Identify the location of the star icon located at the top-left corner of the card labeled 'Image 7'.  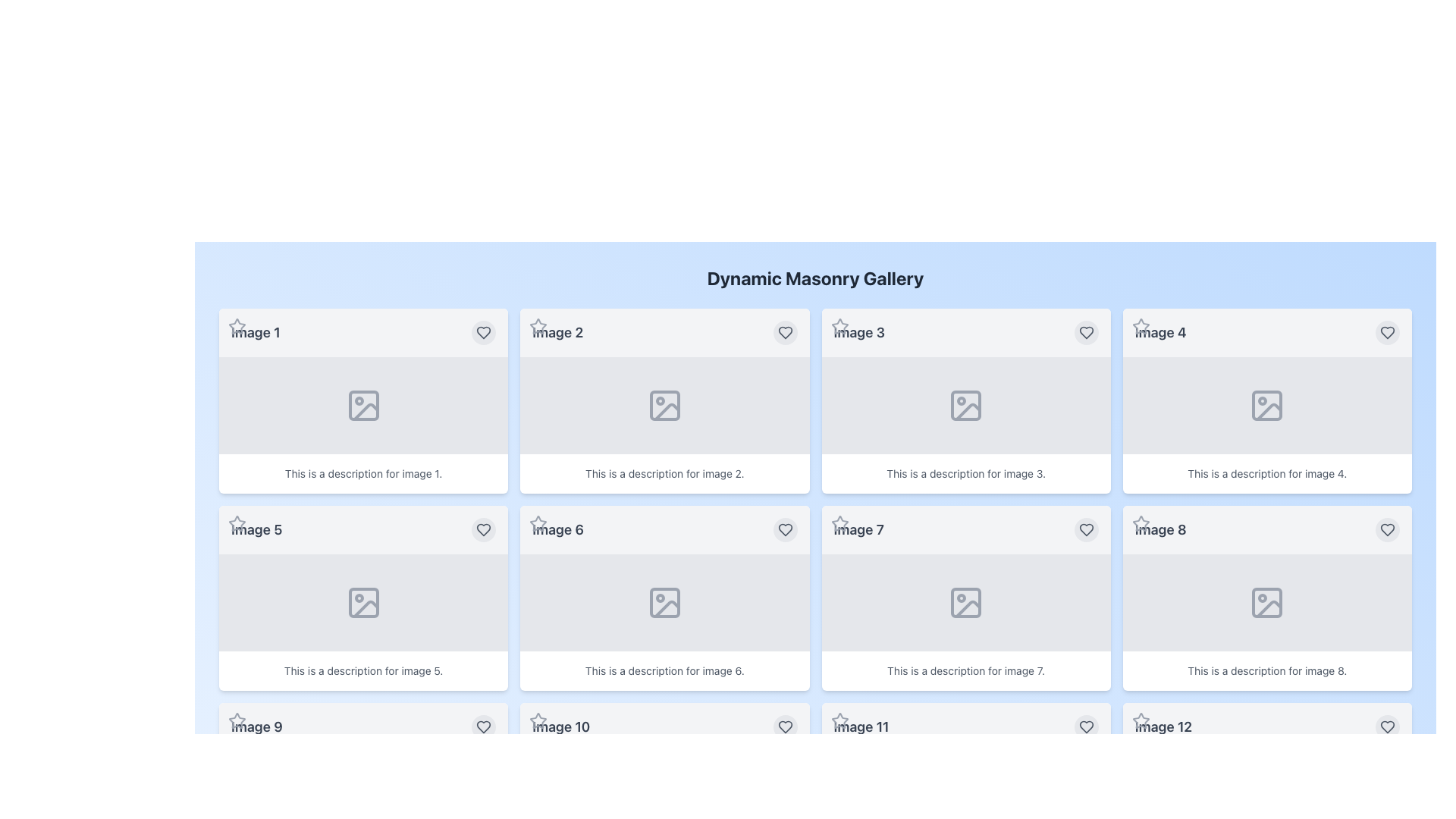
(839, 522).